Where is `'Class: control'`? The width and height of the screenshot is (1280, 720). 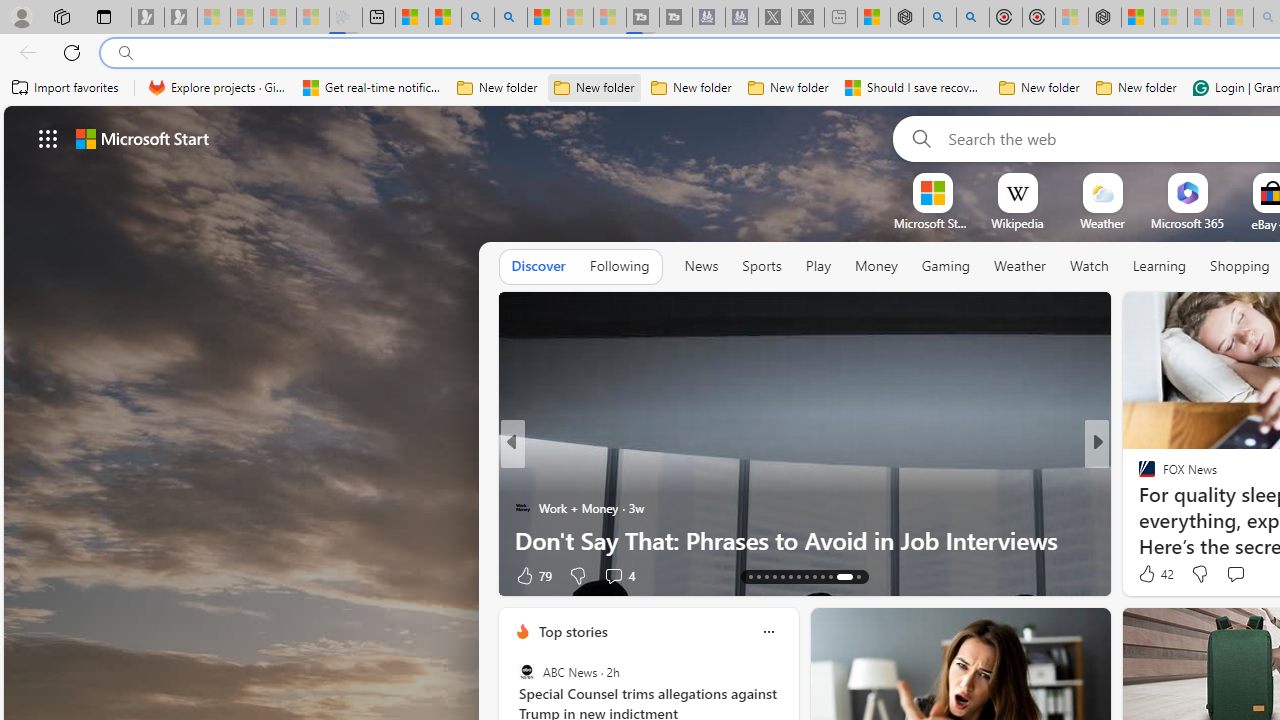 'Class: control' is located at coordinates (48, 137).